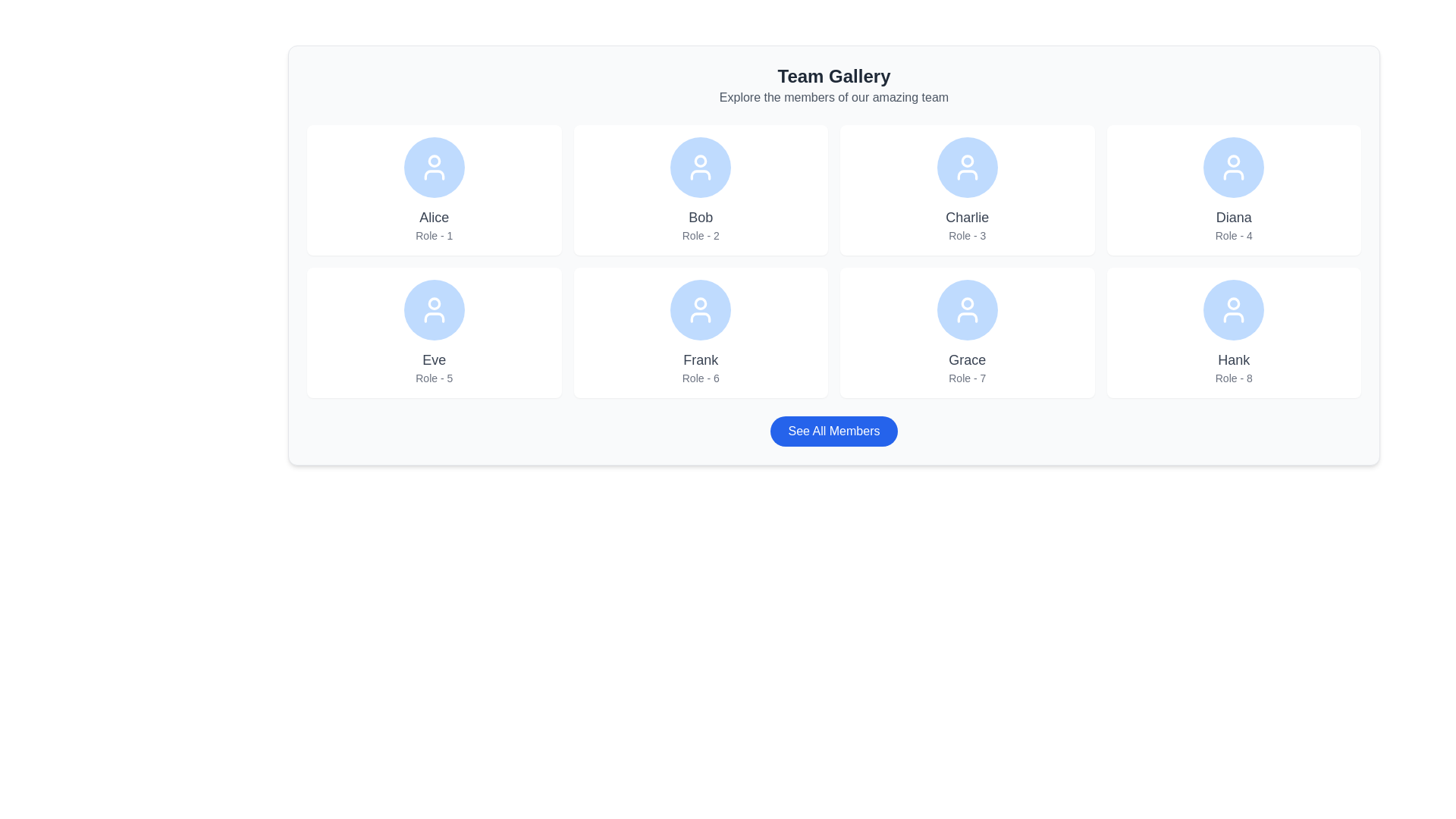  I want to click on text label displaying the name 'Bob', which is located in the card labeled 'Role - 2' in the second column of the top row, above the role description text and below a circular avatar icon, so click(700, 217).